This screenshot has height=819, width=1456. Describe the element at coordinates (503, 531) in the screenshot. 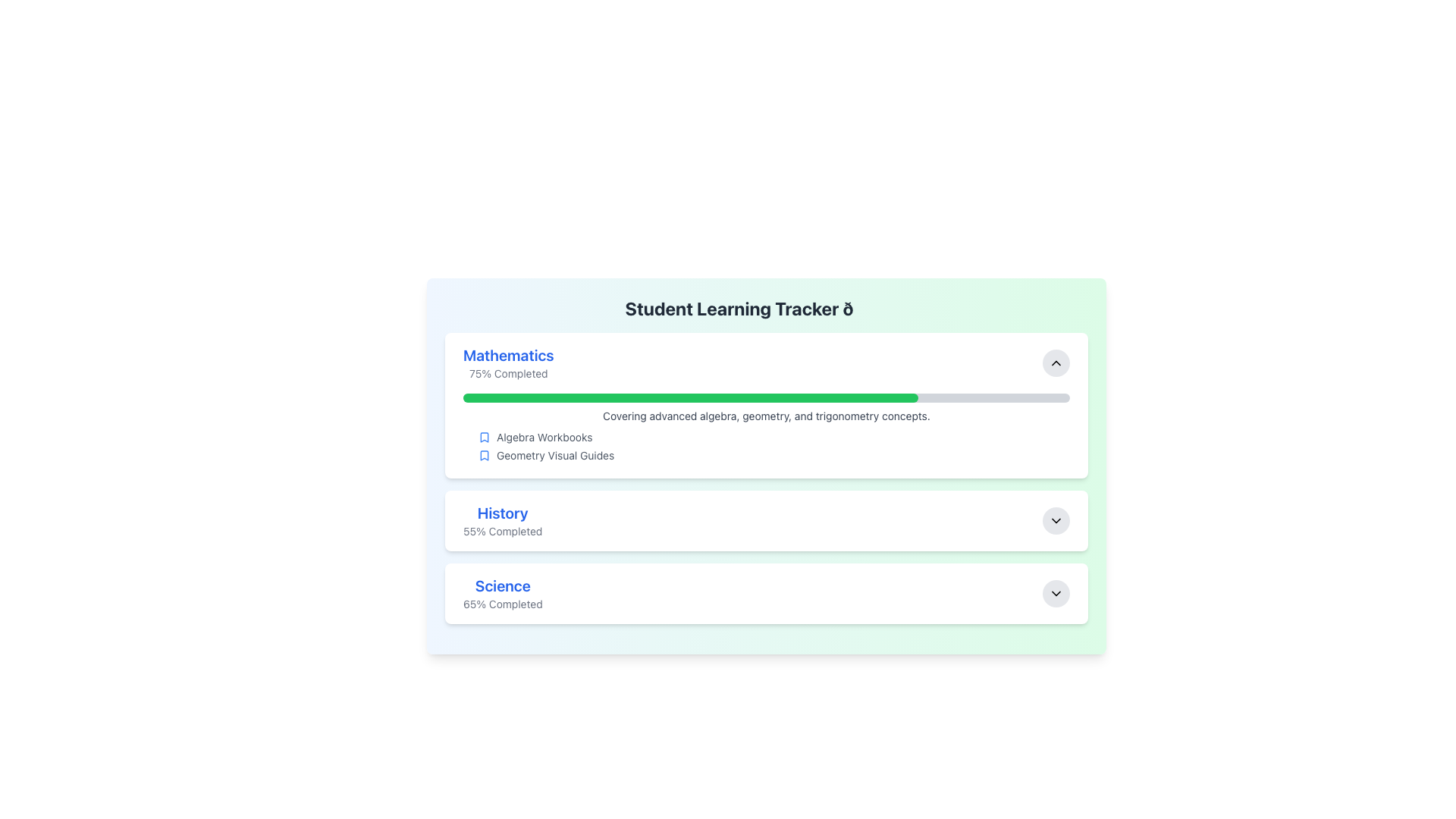

I see `the text label displaying '55% Completed' located below the 'History' heading in the History section of the interface` at that location.